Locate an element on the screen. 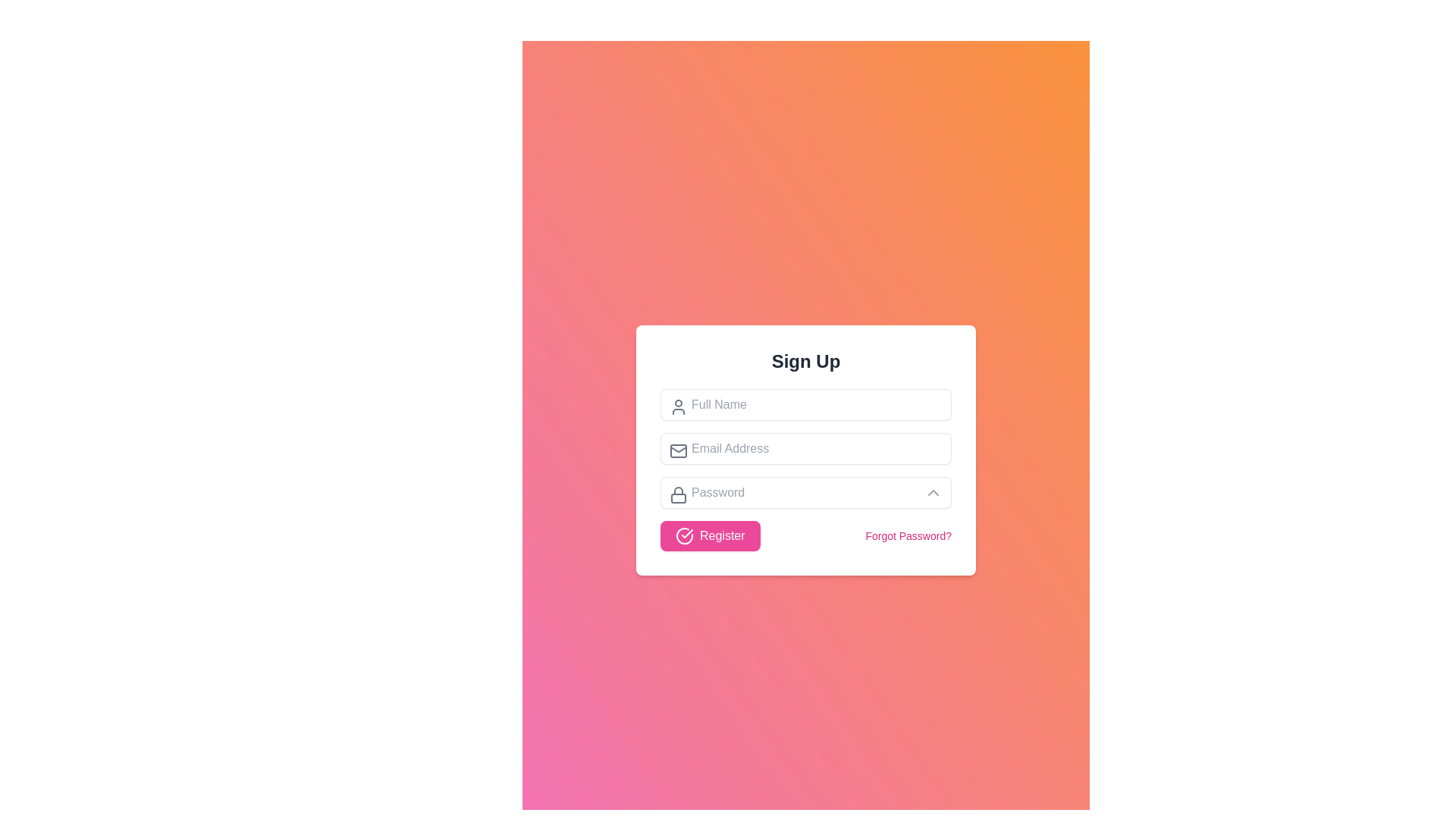  the leftmost button at the bottom of the 'Sign Up' card is located at coordinates (709, 535).